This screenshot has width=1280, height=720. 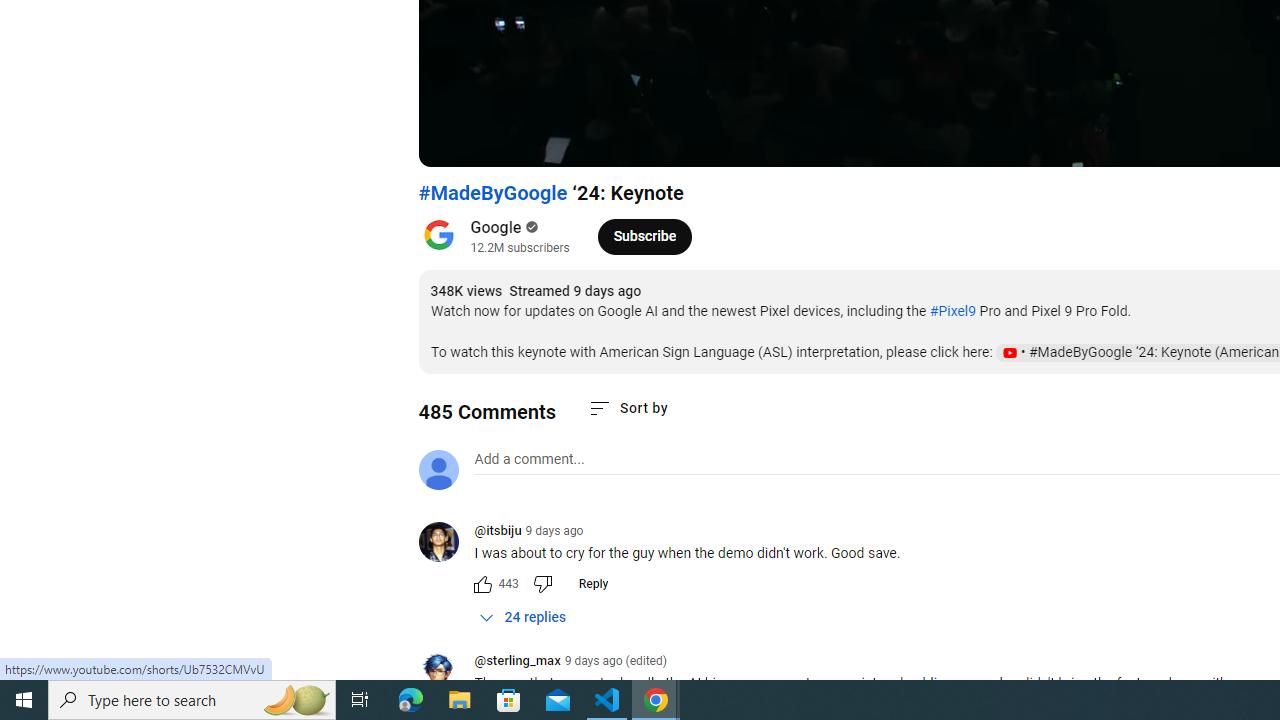 What do you see at coordinates (438, 470) in the screenshot?
I see `'Default profile photo'` at bounding box center [438, 470].